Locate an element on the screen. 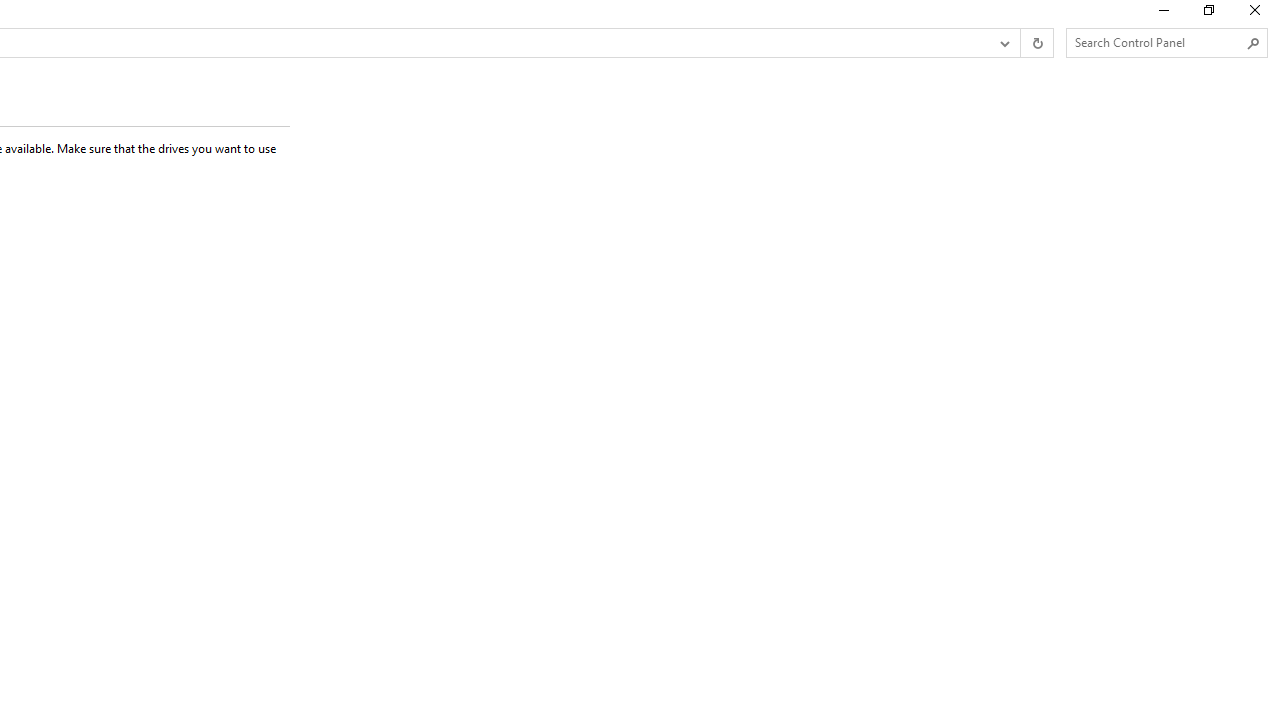 The image size is (1280, 720). 'Search' is located at coordinates (1252, 43).